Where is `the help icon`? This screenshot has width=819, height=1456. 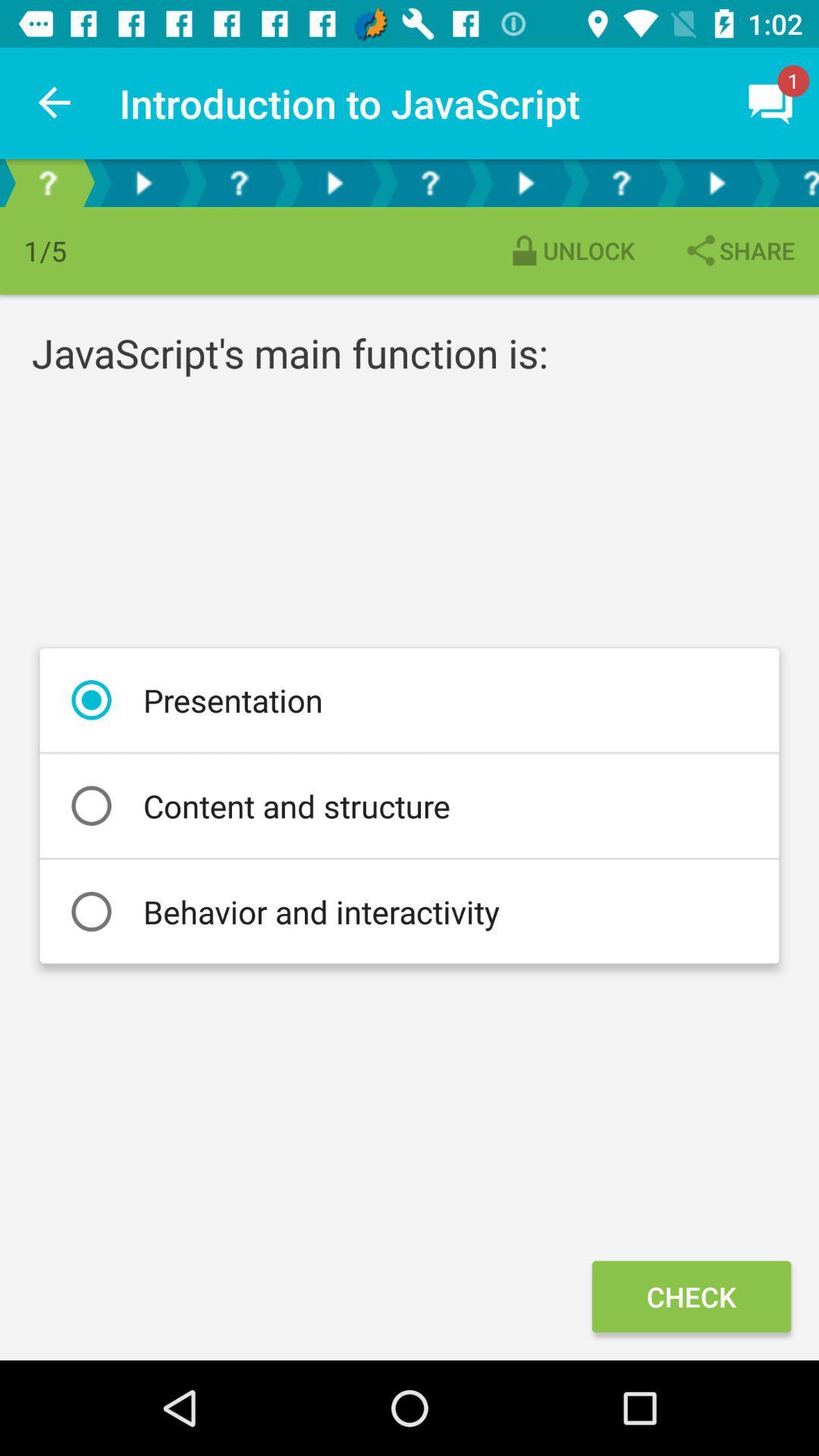 the help icon is located at coordinates (239, 182).